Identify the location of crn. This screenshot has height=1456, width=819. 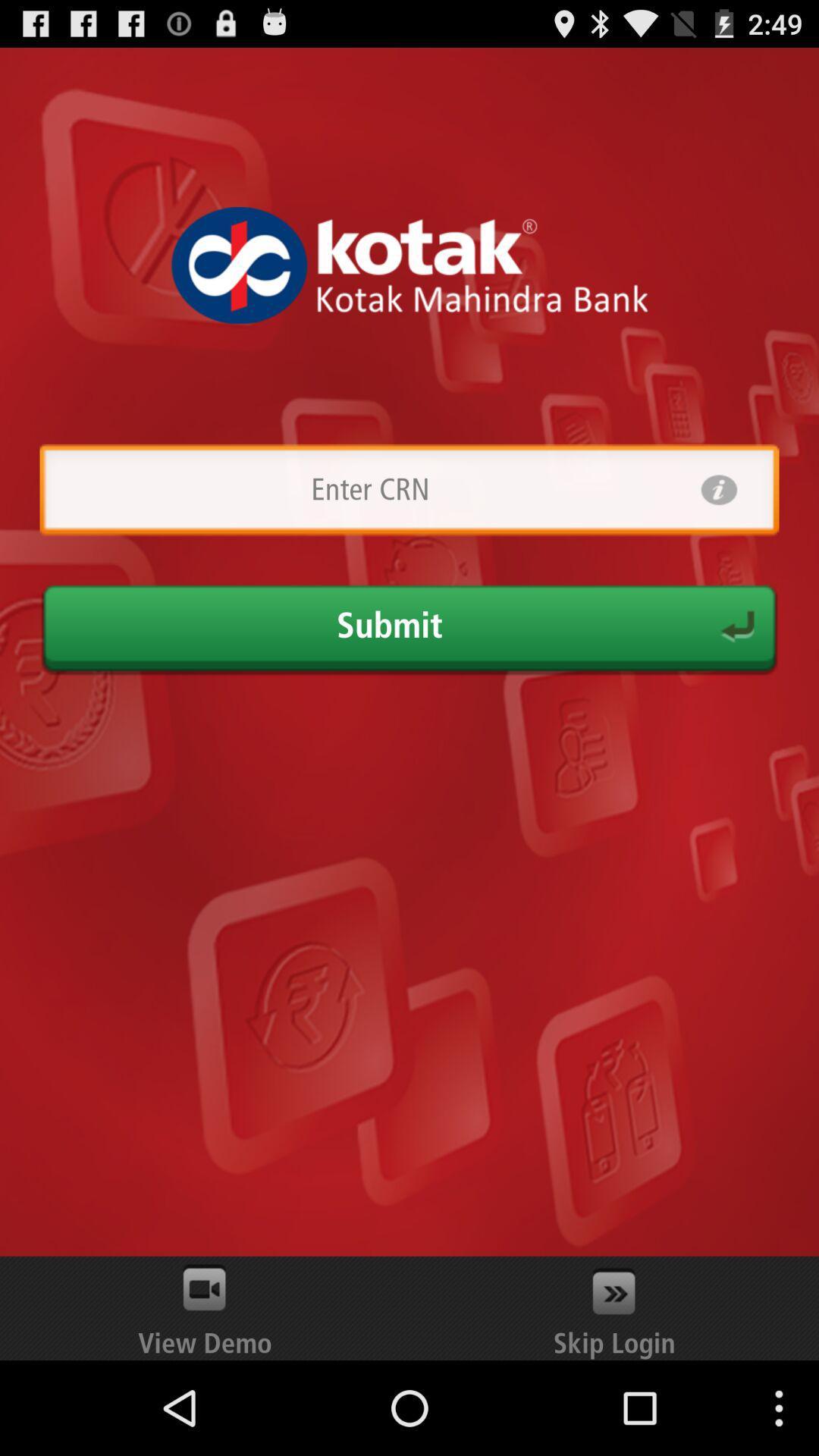
(370, 490).